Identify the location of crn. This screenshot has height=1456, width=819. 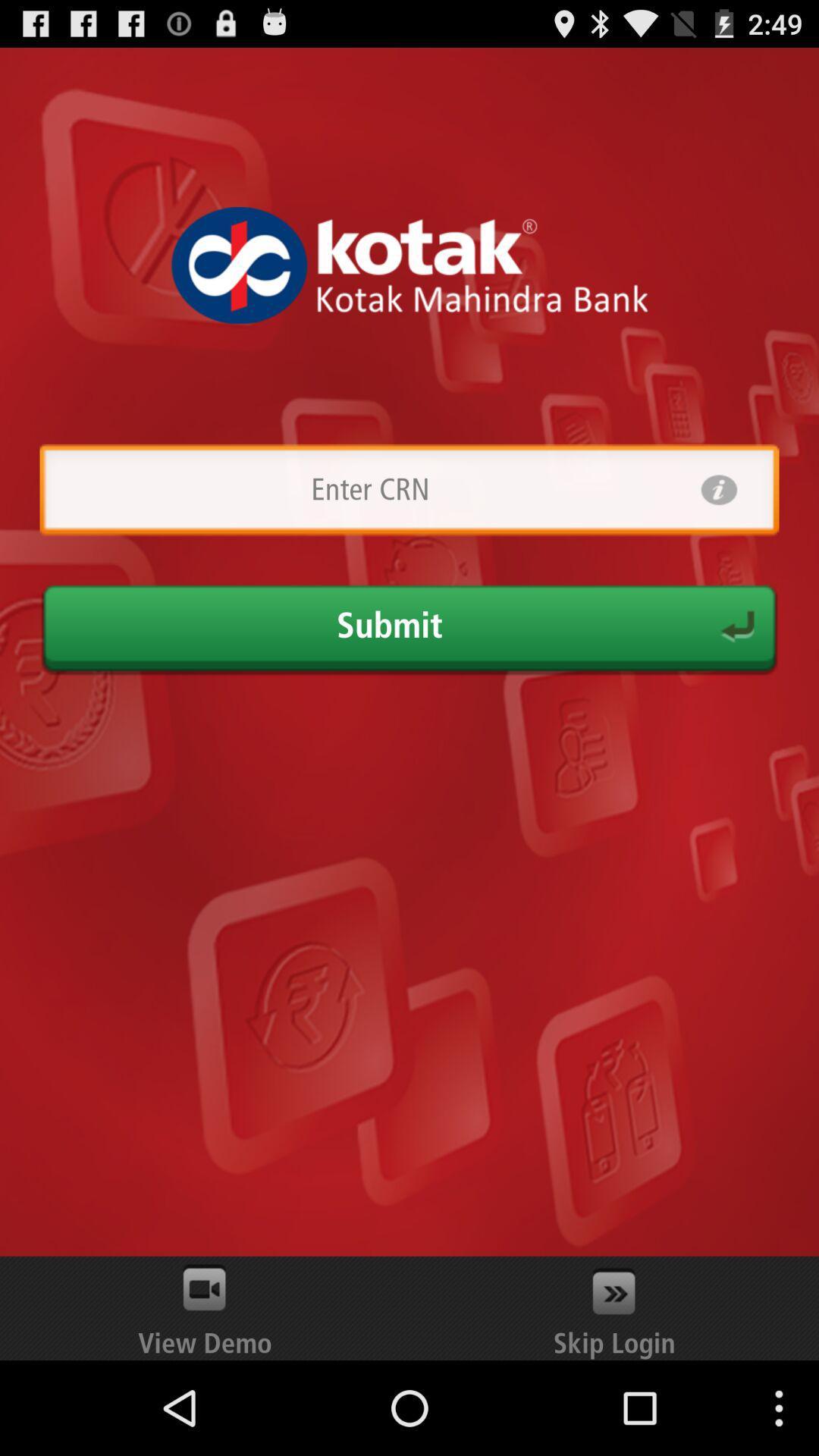
(370, 490).